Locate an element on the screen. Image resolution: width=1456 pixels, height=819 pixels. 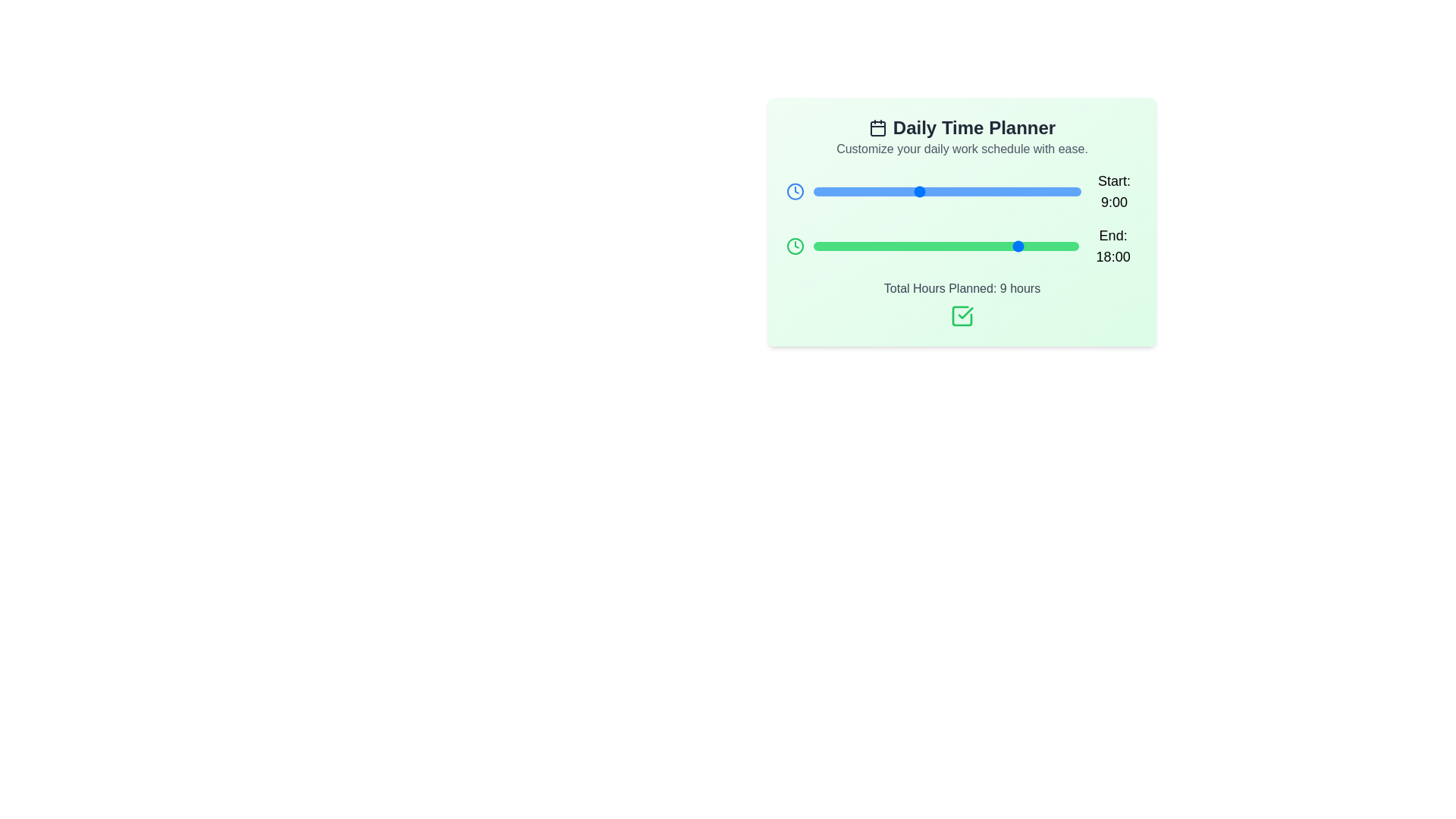
the checkbox icon in the footer is located at coordinates (961, 315).